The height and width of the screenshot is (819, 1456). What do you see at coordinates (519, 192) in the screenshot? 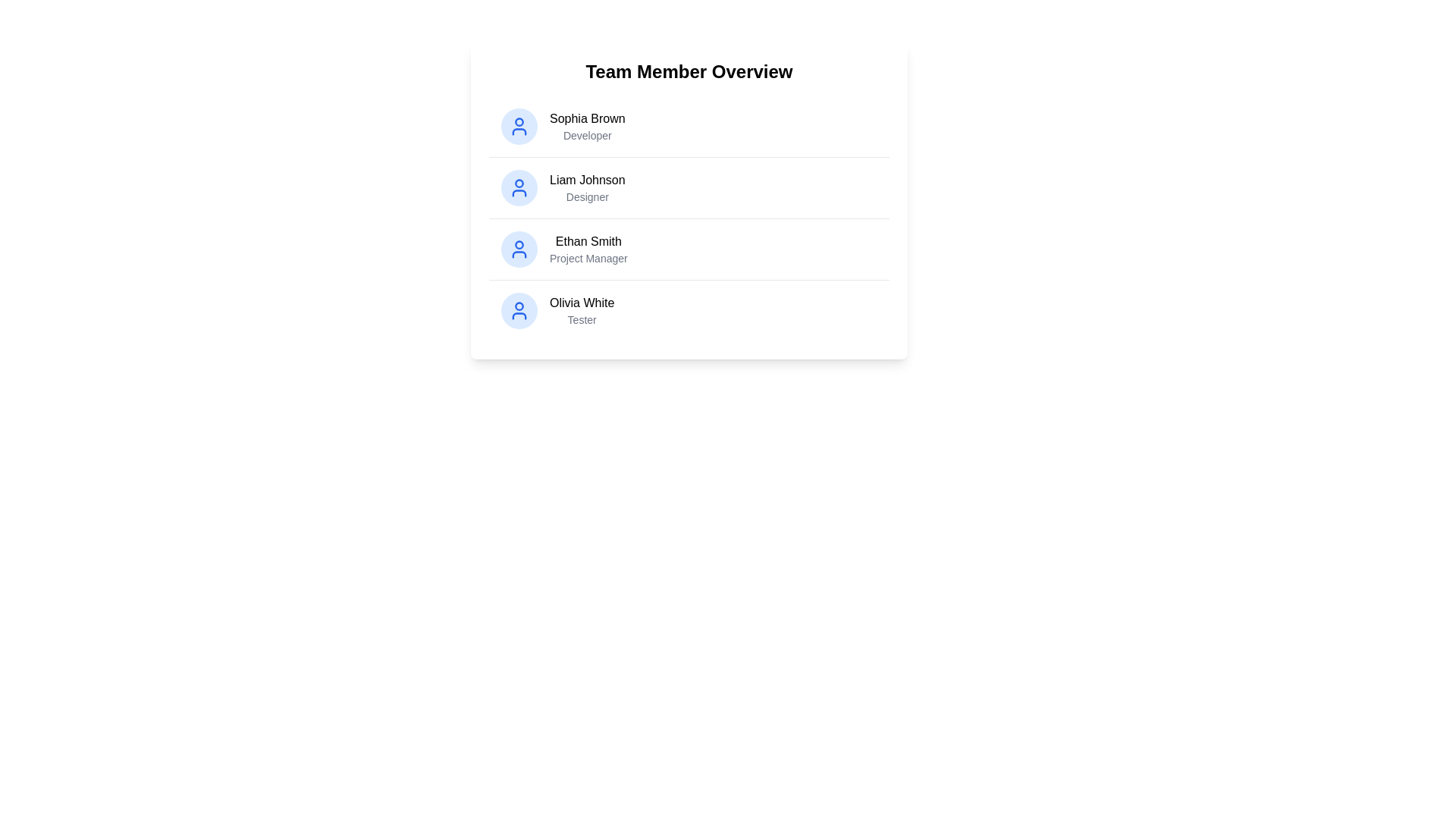
I see `the second segment of the user icon next to 'Liam Johnson' in the user list` at bounding box center [519, 192].